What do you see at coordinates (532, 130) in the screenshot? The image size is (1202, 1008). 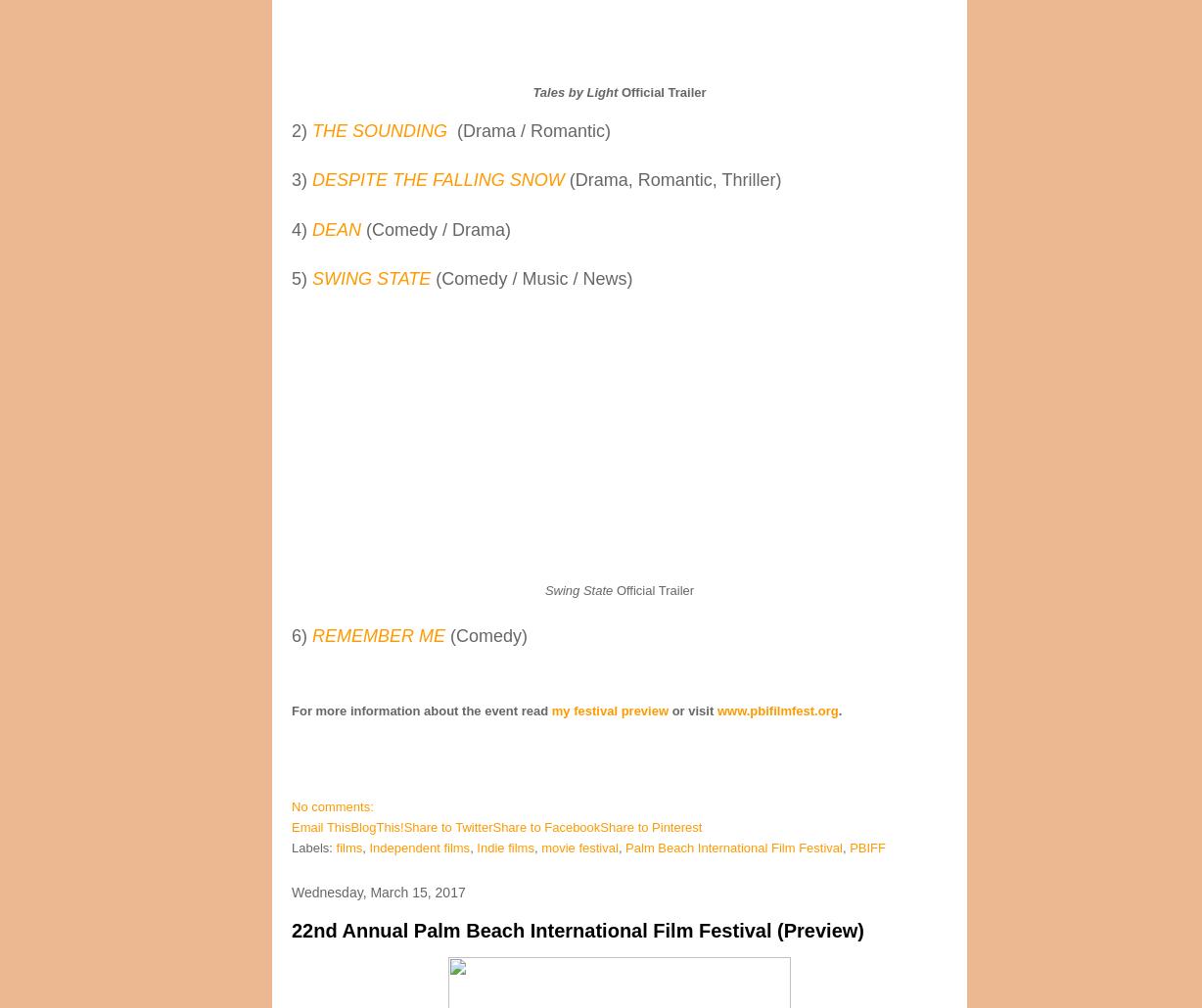 I see `'(Drama / Romantic)'` at bounding box center [532, 130].